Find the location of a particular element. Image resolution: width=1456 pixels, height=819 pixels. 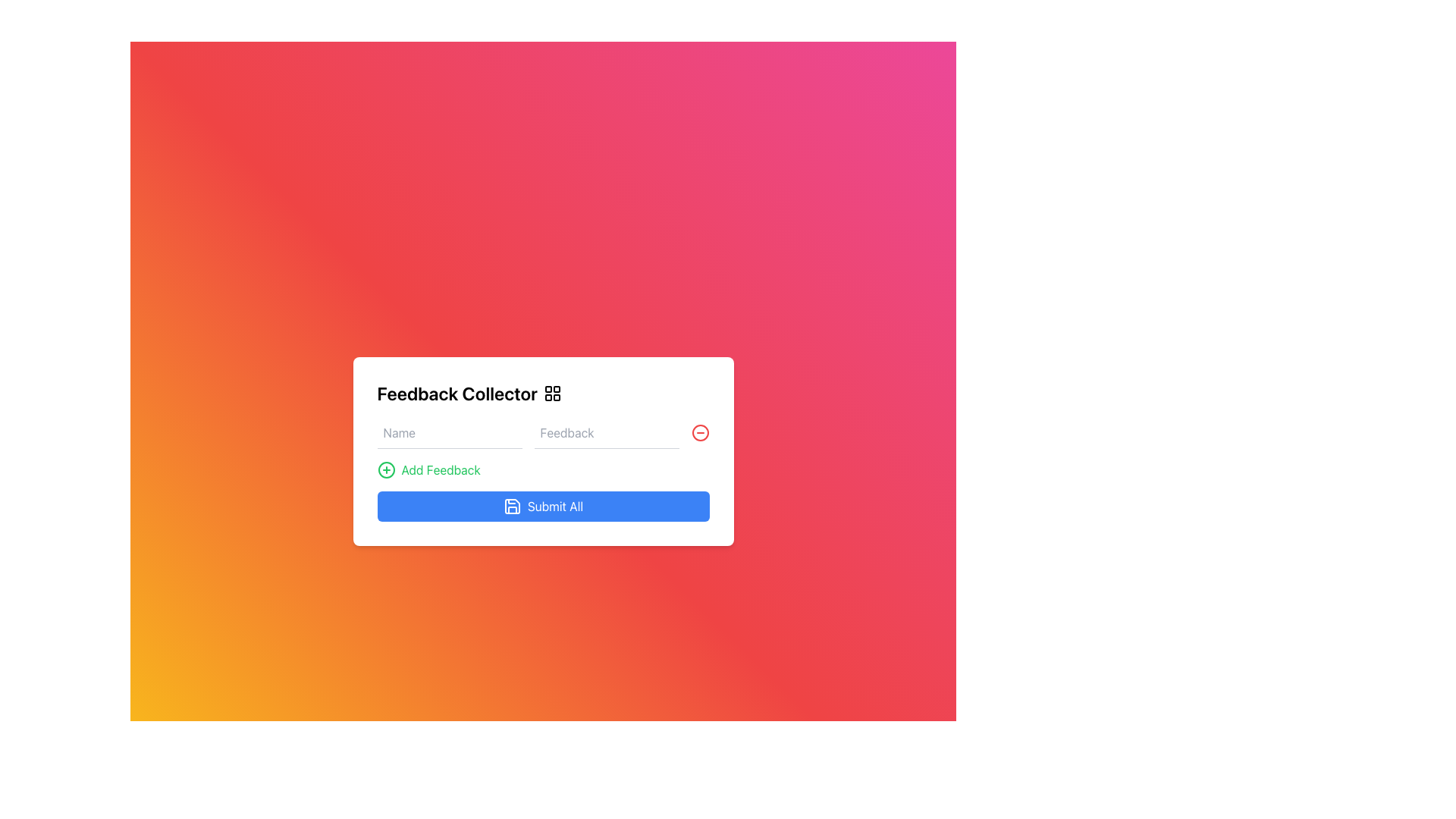

the submit button located at the bottom of the form is located at coordinates (543, 506).